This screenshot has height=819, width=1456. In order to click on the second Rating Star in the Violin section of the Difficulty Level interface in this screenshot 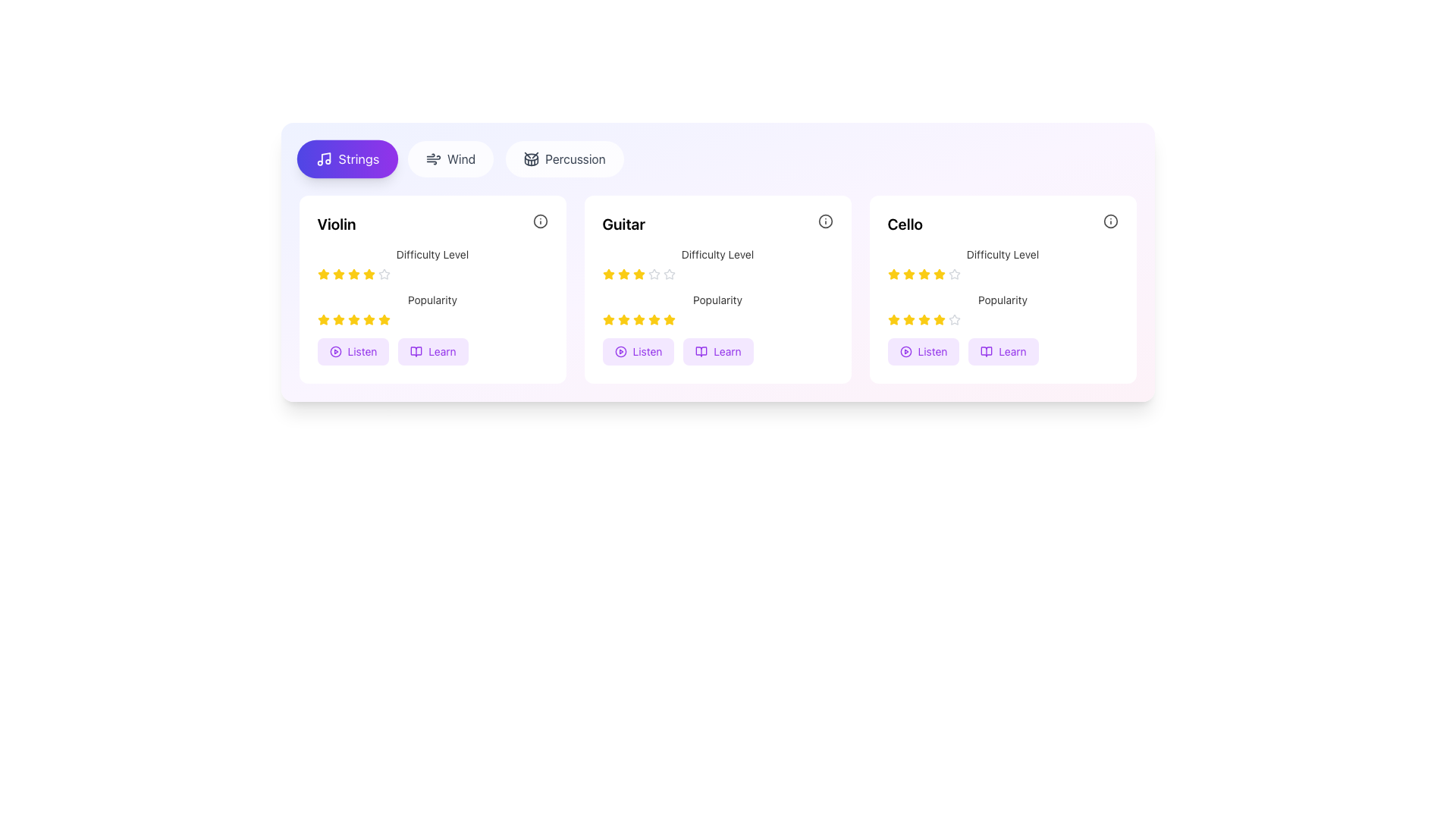, I will do `click(337, 274)`.